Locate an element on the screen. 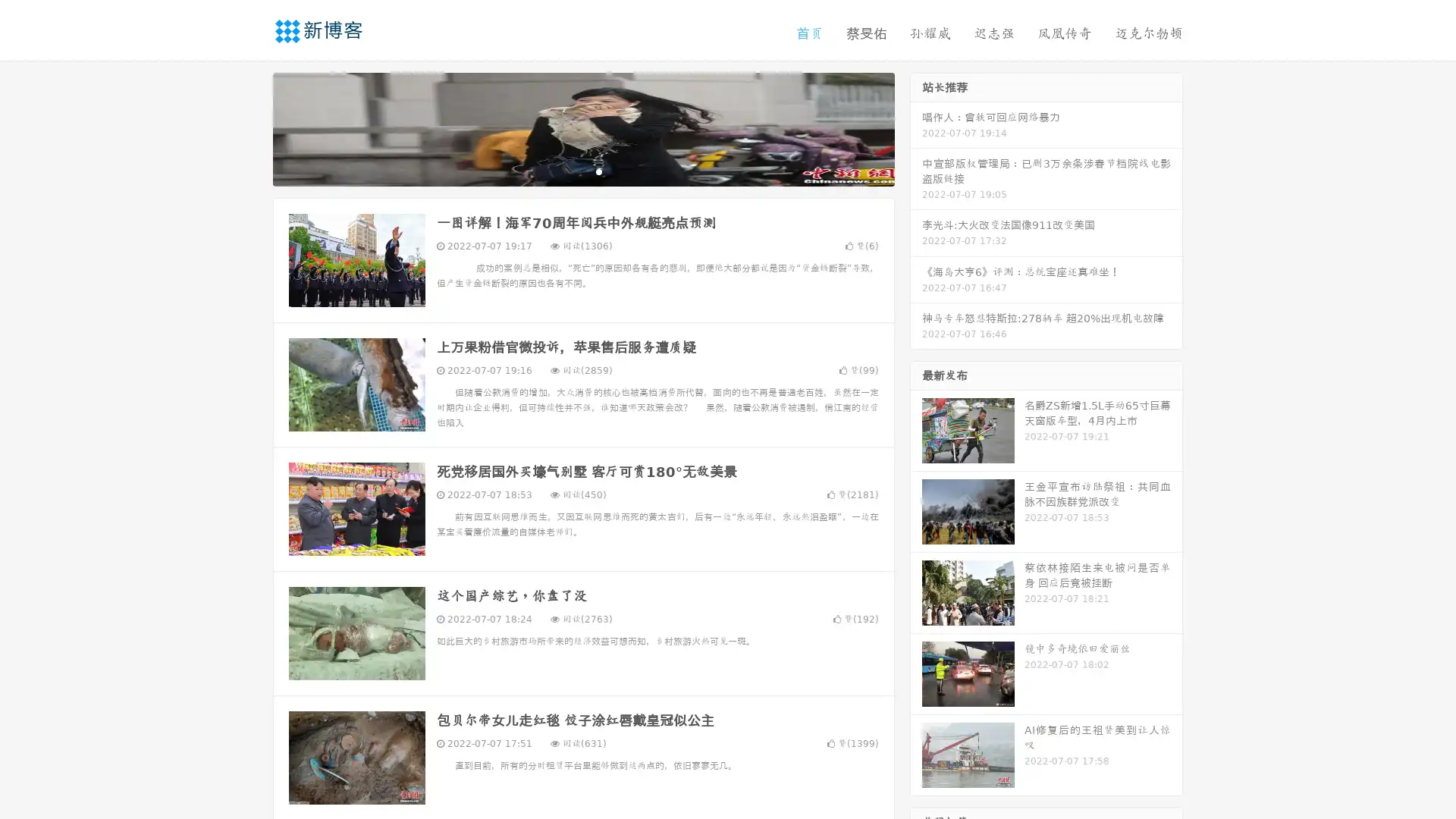  Previous slide is located at coordinates (250, 127).